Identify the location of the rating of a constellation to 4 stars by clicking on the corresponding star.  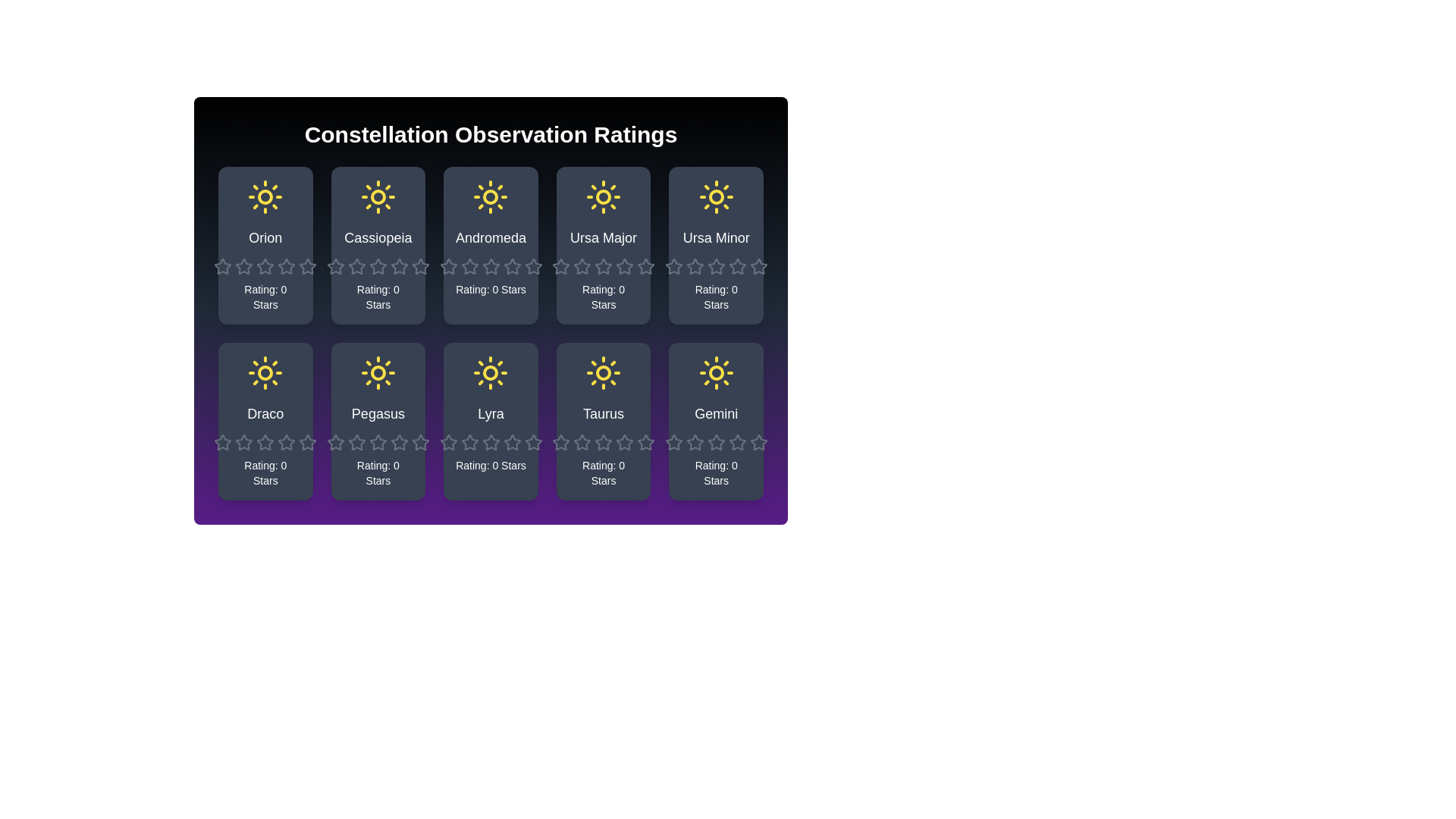
(278, 256).